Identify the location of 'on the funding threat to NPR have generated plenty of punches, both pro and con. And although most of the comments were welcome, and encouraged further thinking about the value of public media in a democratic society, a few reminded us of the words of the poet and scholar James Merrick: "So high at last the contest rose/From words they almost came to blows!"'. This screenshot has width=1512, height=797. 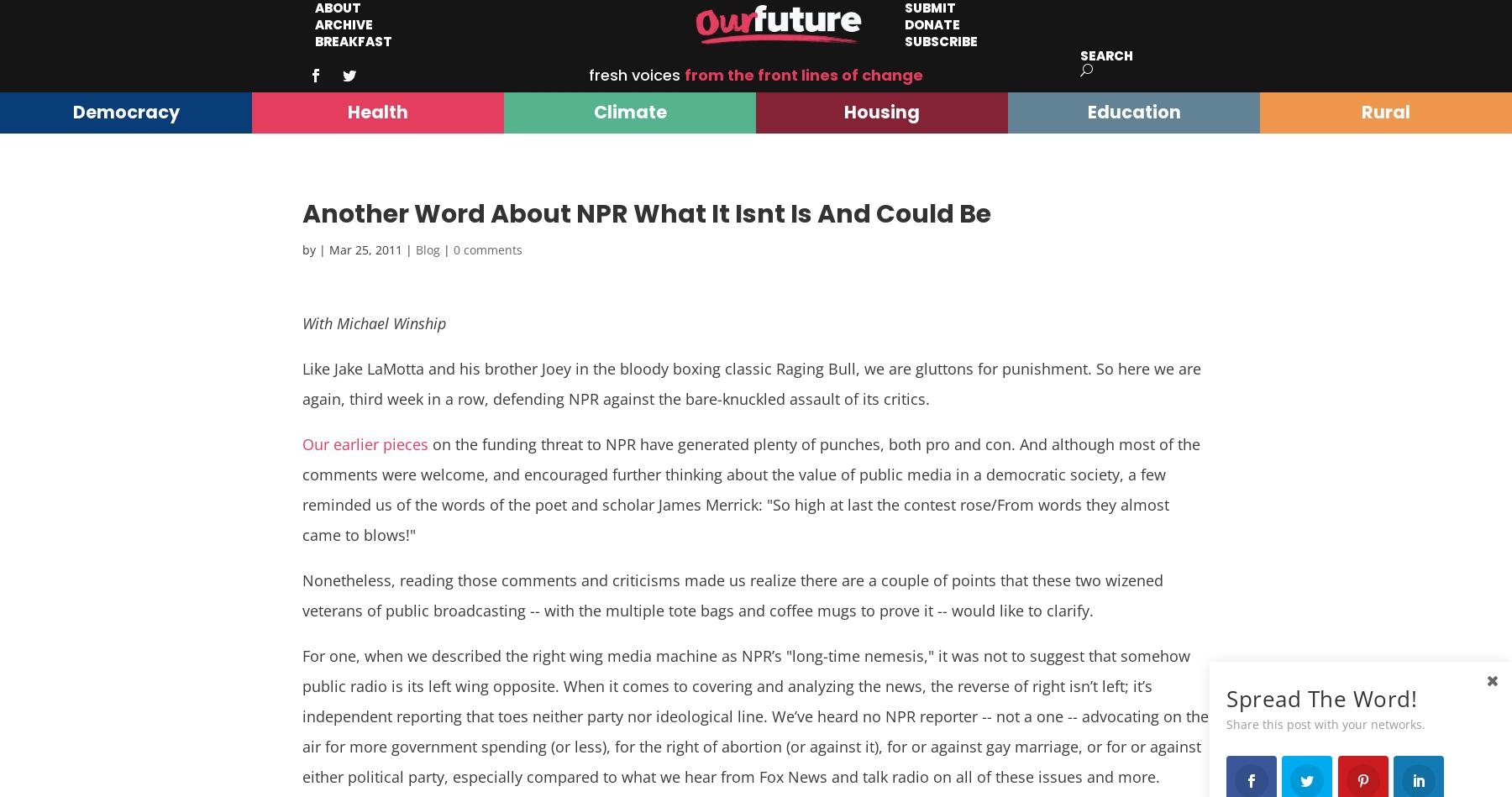
(751, 488).